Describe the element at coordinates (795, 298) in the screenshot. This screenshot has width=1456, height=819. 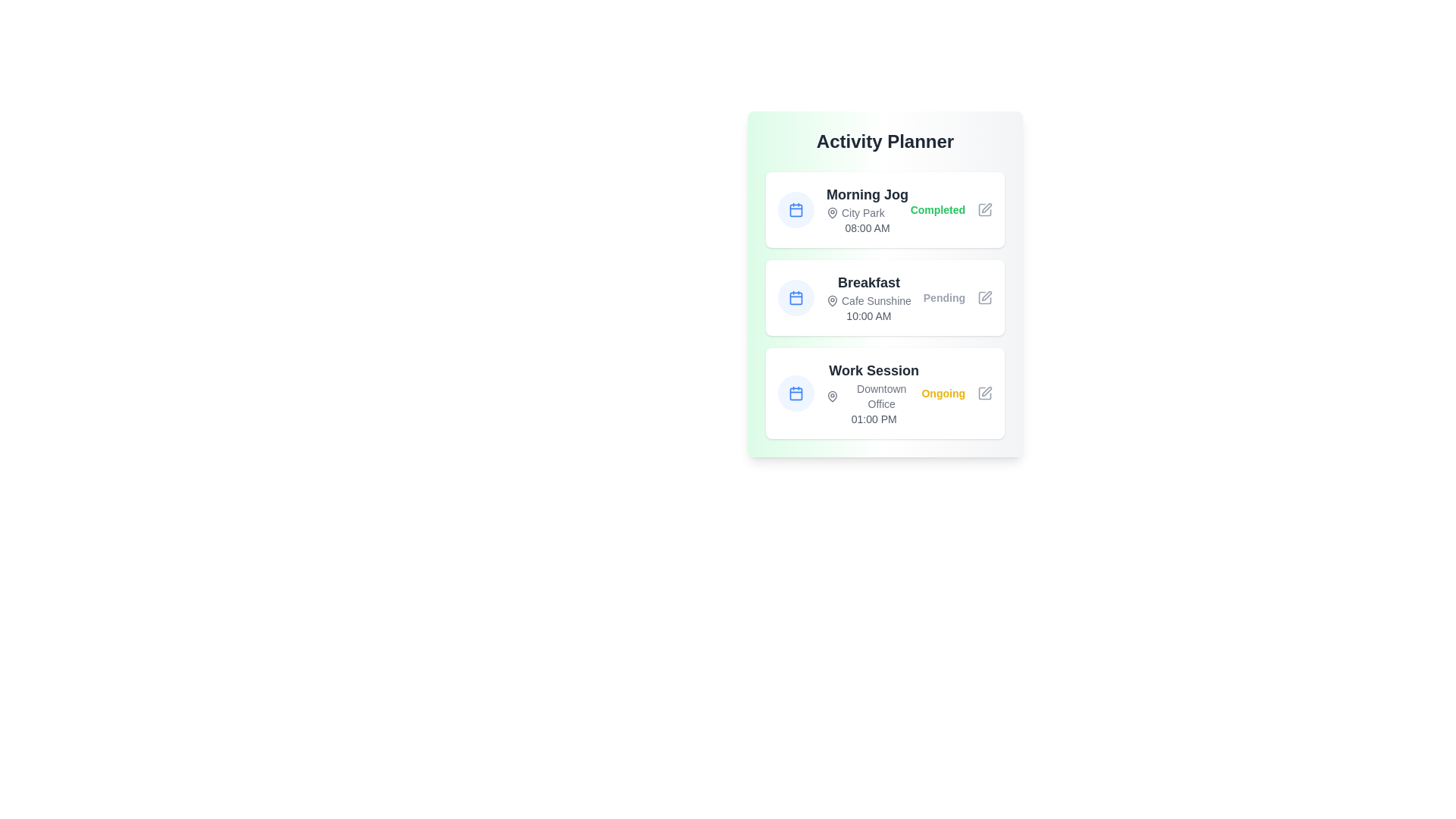
I see `the circular blue-themed calendar icon associated with the 'Breakfast' event for accessibility purposes` at that location.